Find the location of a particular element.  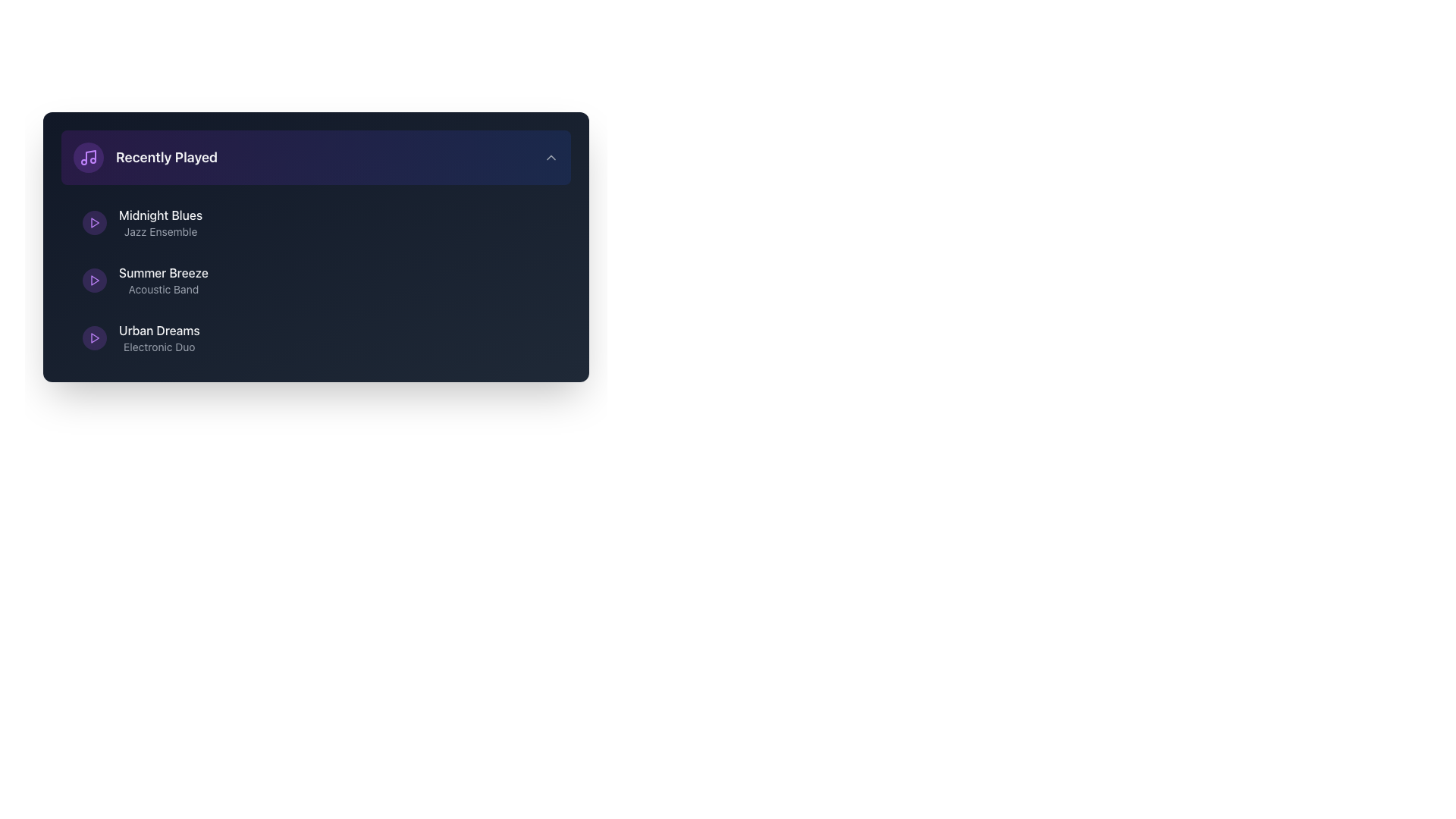

the text label displaying 'Midnight Blues' and the category 'Jazz Ensemble' in the 'Recently Played' list if accessible navigation is supported is located at coordinates (161, 222).